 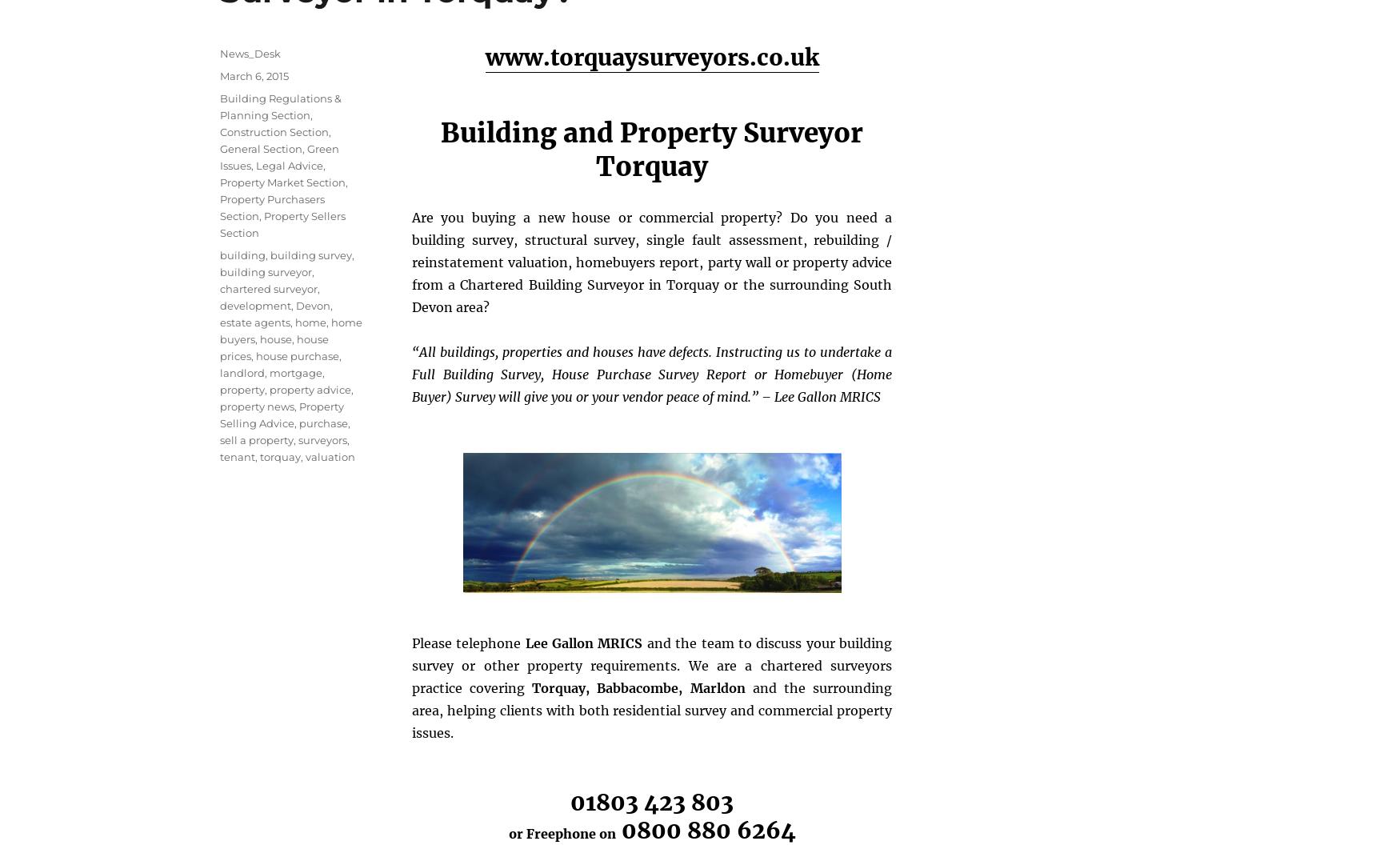 I want to click on 'torquay', so click(x=259, y=455).